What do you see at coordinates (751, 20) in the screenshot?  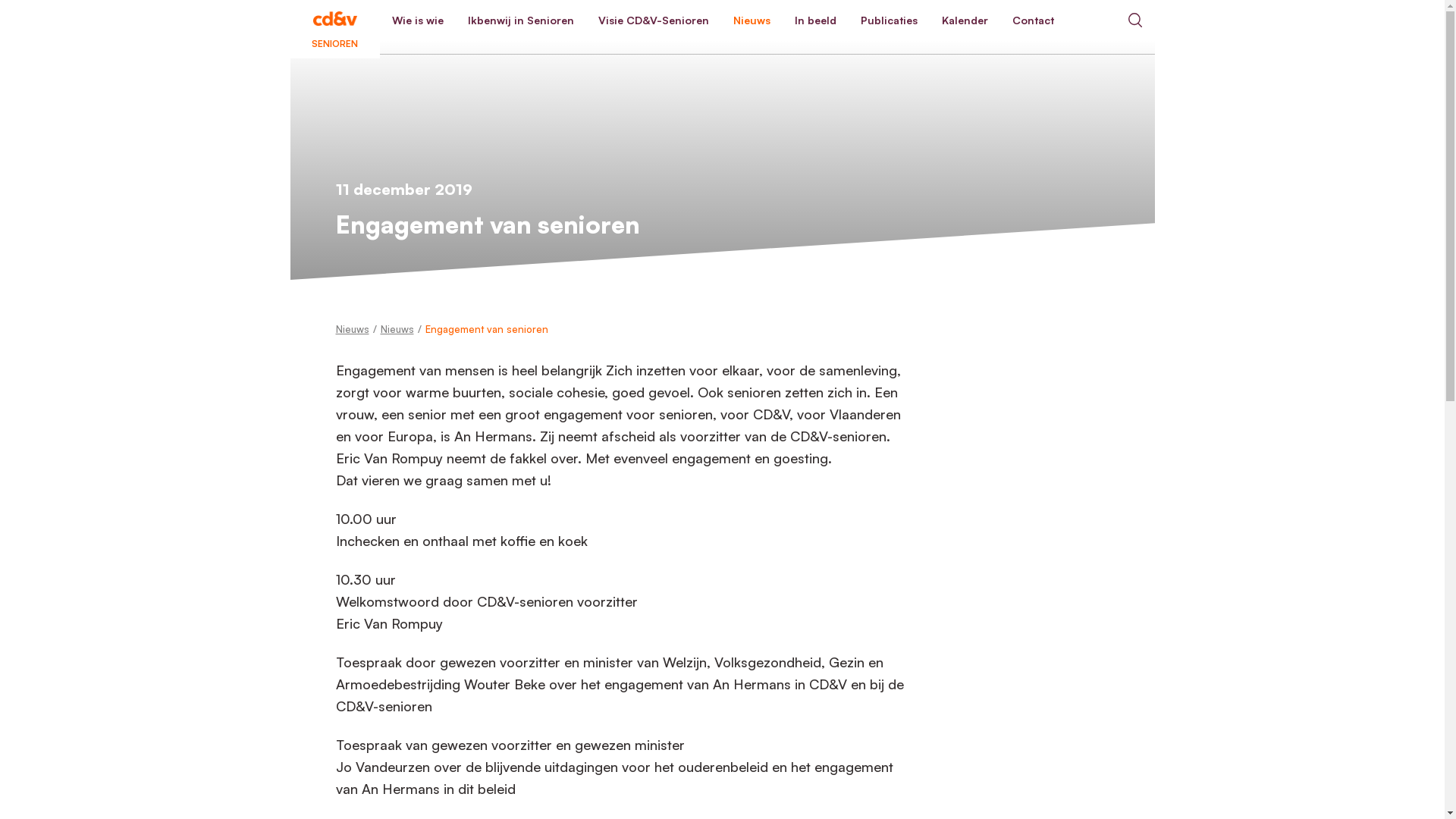 I see `'Nieuws'` at bounding box center [751, 20].